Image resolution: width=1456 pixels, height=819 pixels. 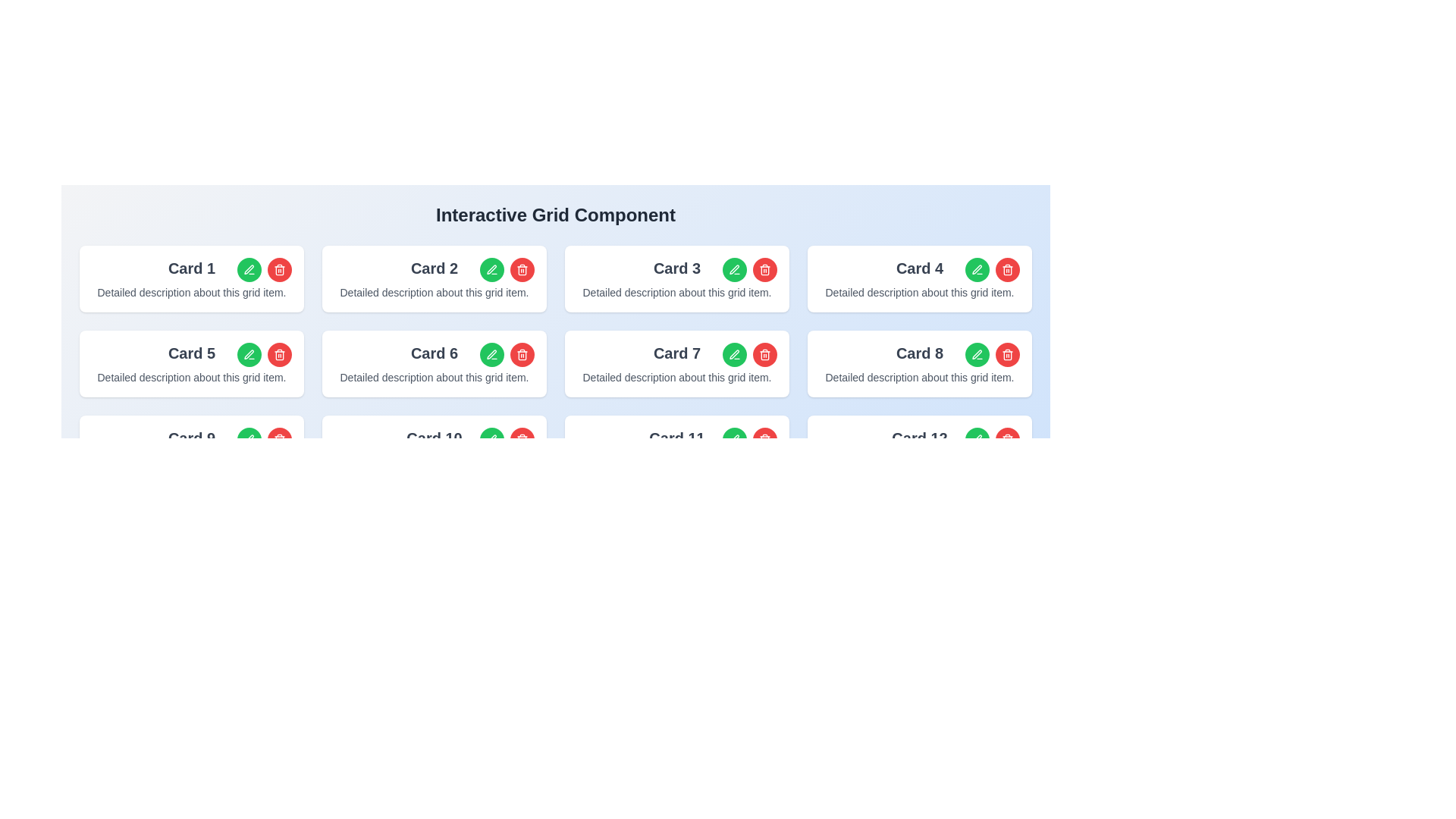 What do you see at coordinates (676, 278) in the screenshot?
I see `the third card component in the grid layout that contains interactive elements such as edit and delete buttons` at bounding box center [676, 278].